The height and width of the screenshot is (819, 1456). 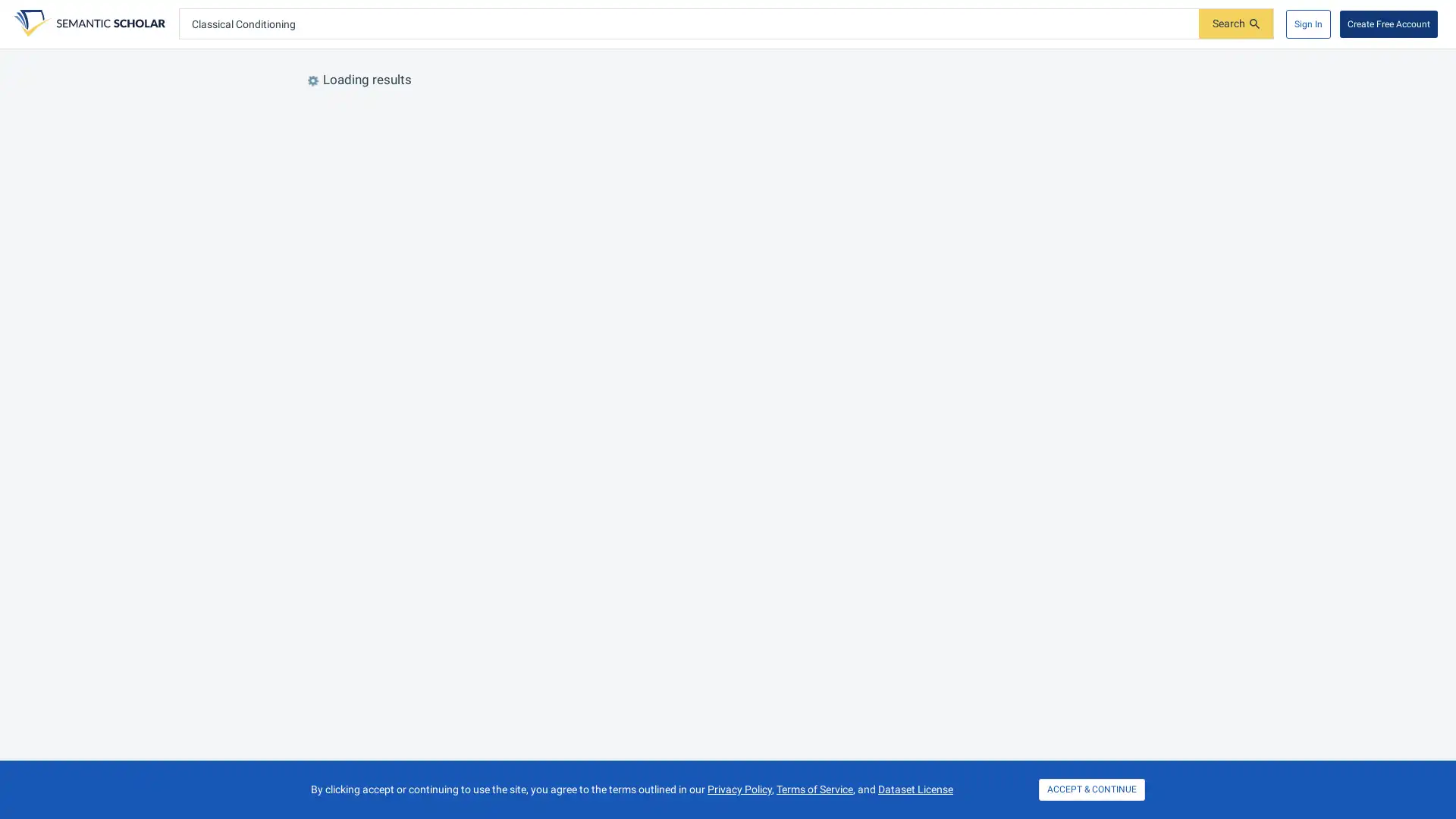 I want to click on Cite this paper, so click(x=535, y=777).